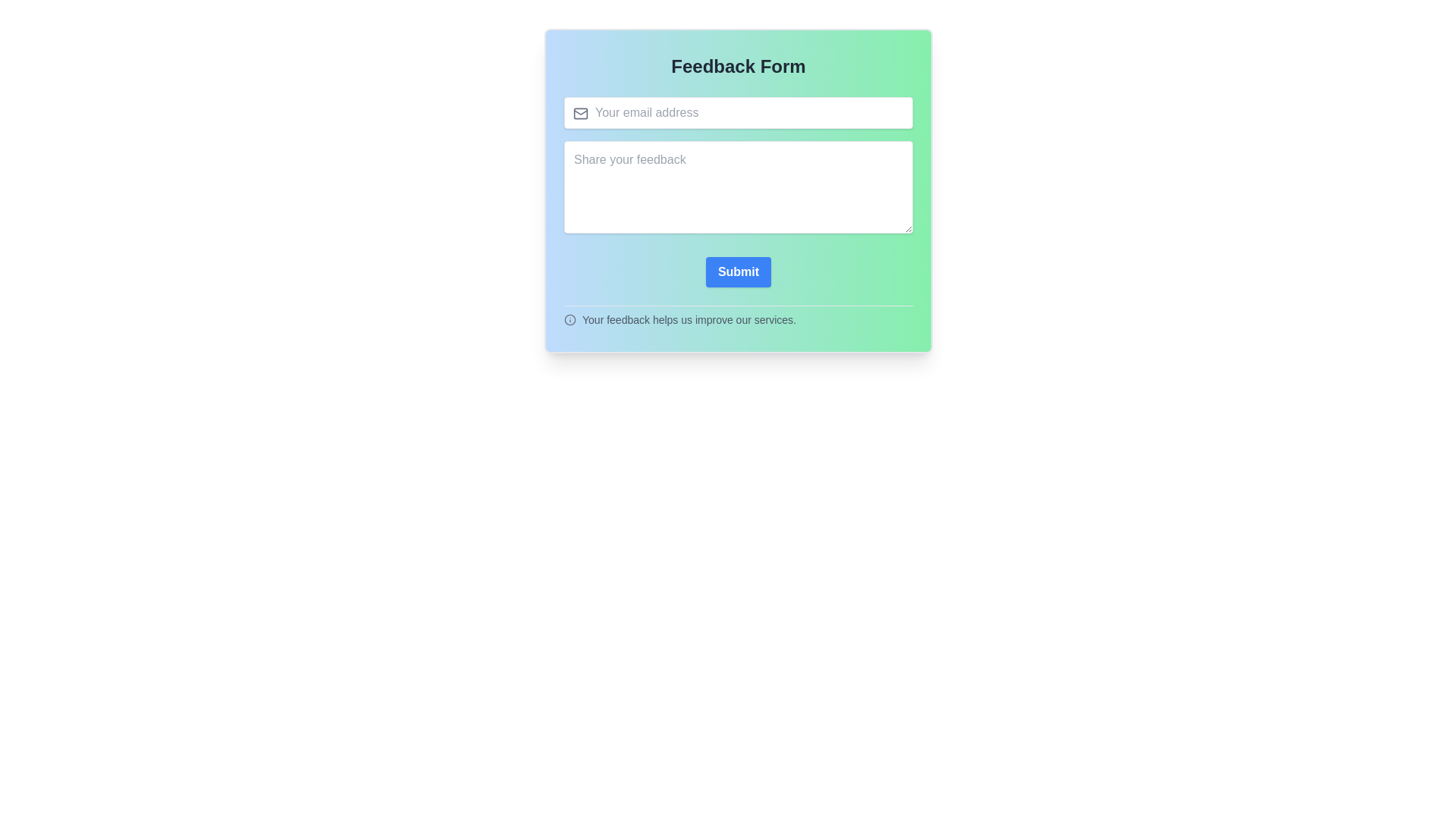 The height and width of the screenshot is (819, 1456). Describe the element at coordinates (580, 113) in the screenshot. I see `the email icon located at the left edge of the 'Your email address' input field in the 'Feedback Form' interface` at that location.